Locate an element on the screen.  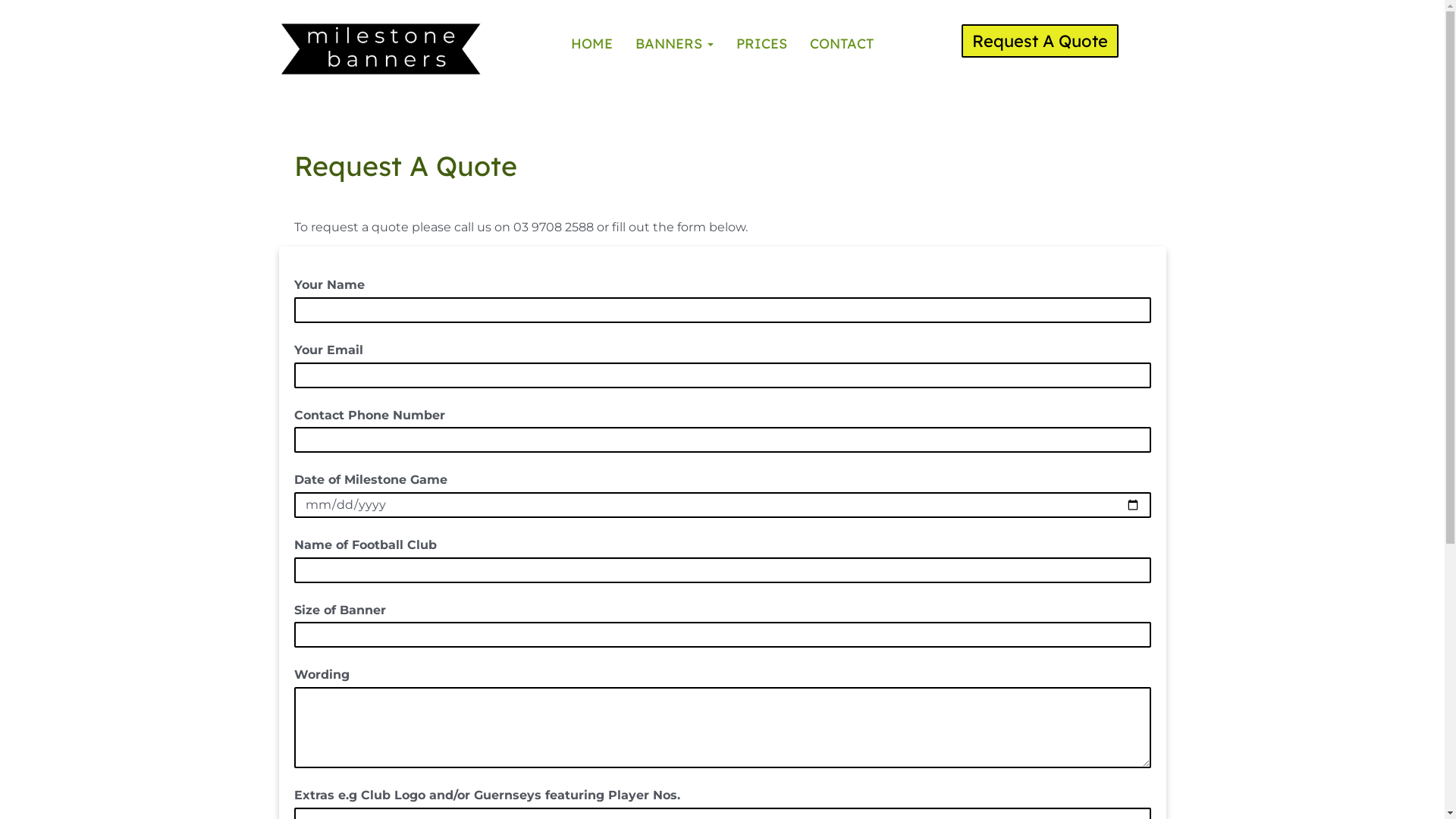
'BANNERS' is located at coordinates (673, 42).